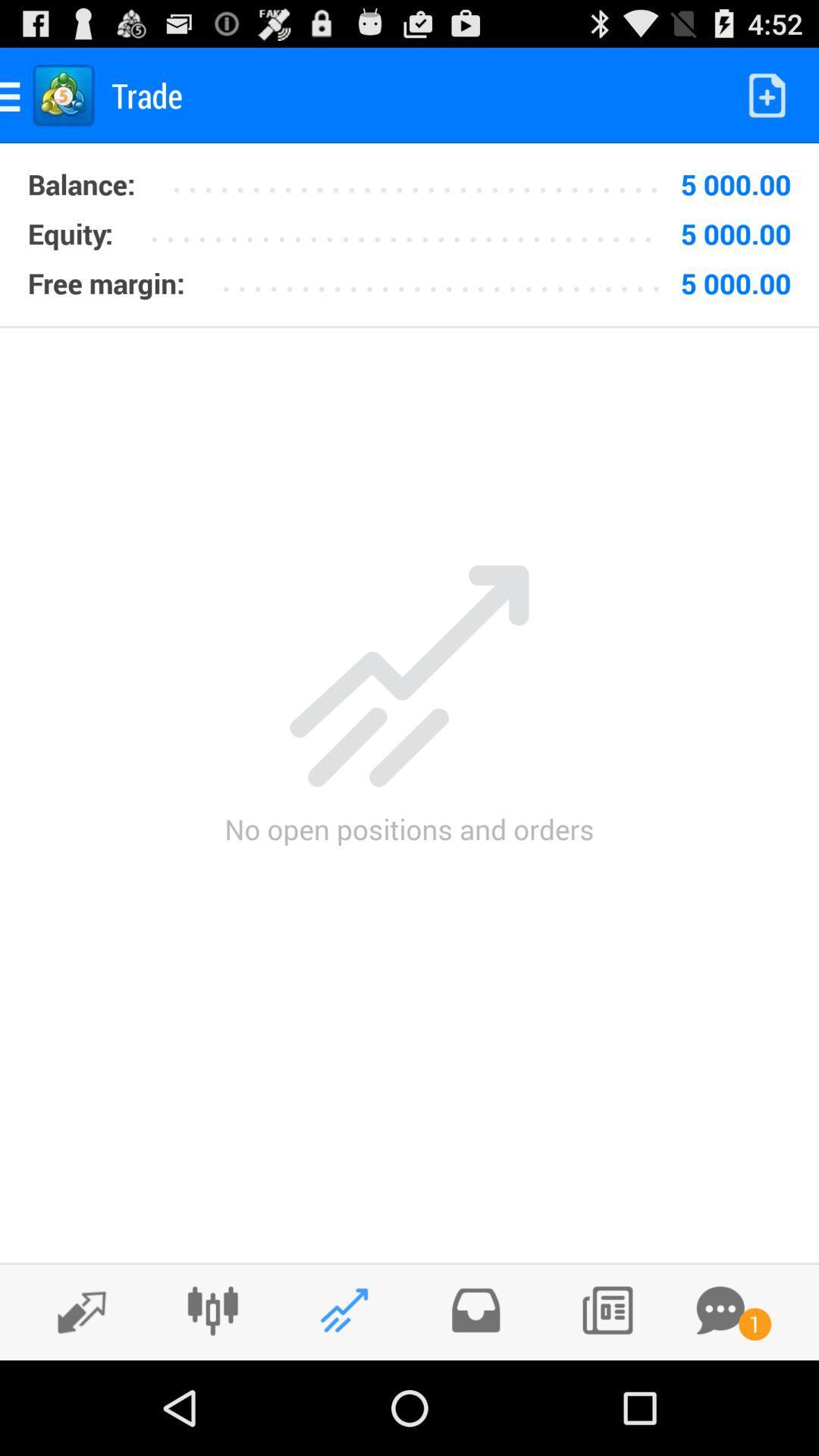 Image resolution: width=819 pixels, height=1456 pixels. Describe the element at coordinates (410, 227) in the screenshot. I see `item to the left of the 5 000.00 icon` at that location.